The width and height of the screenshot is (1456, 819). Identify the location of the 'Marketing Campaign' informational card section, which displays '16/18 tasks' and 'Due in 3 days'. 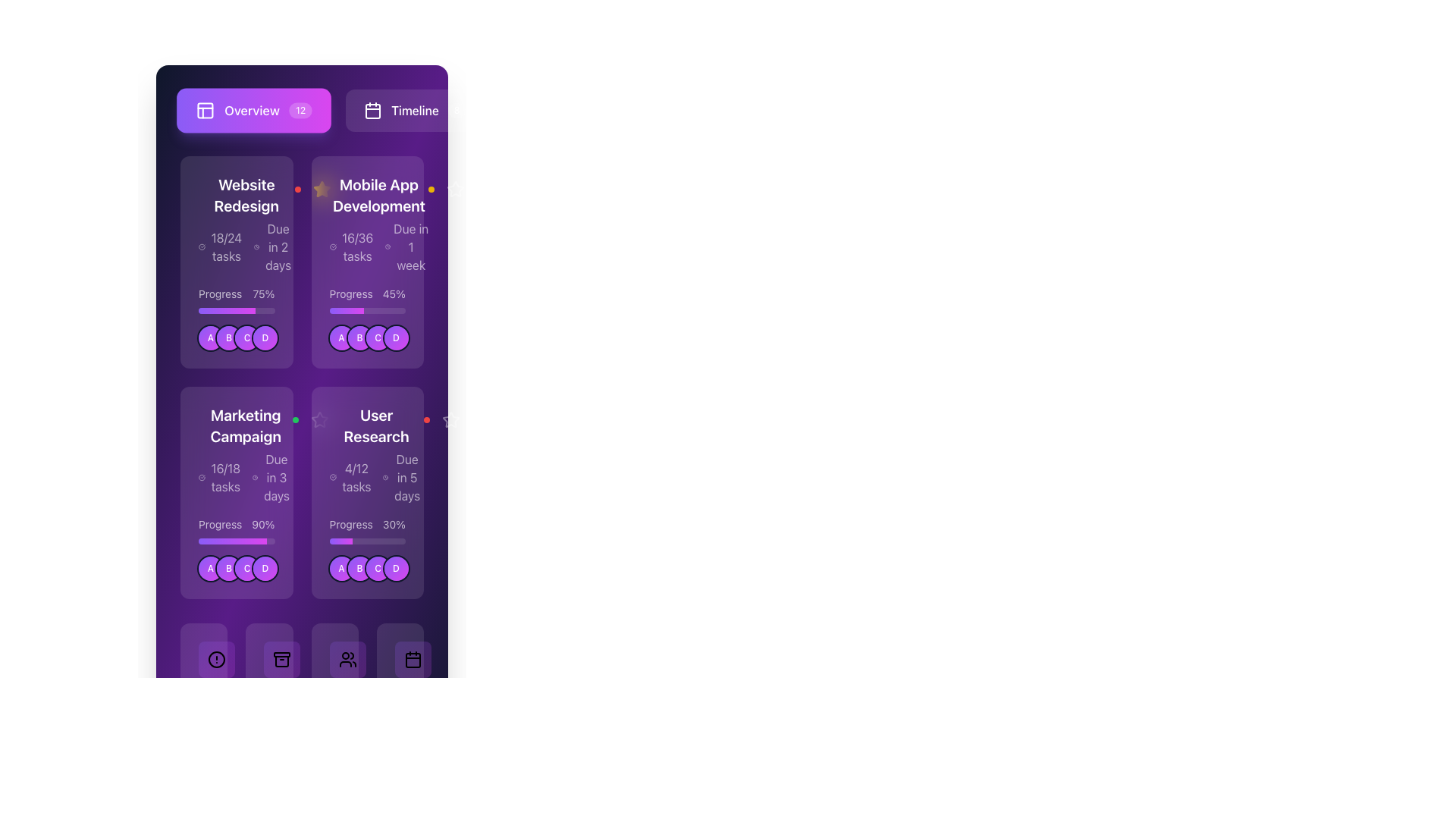
(236, 454).